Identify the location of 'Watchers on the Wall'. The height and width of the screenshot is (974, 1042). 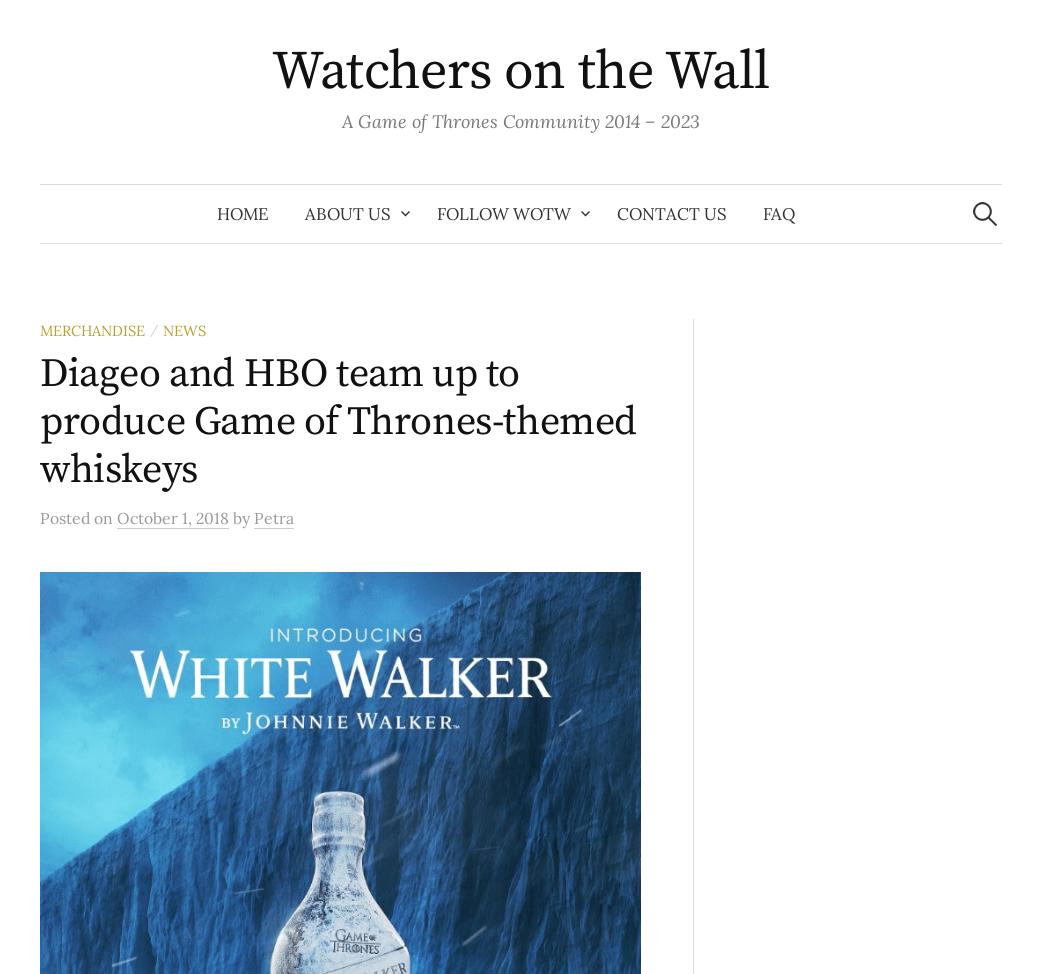
(520, 71).